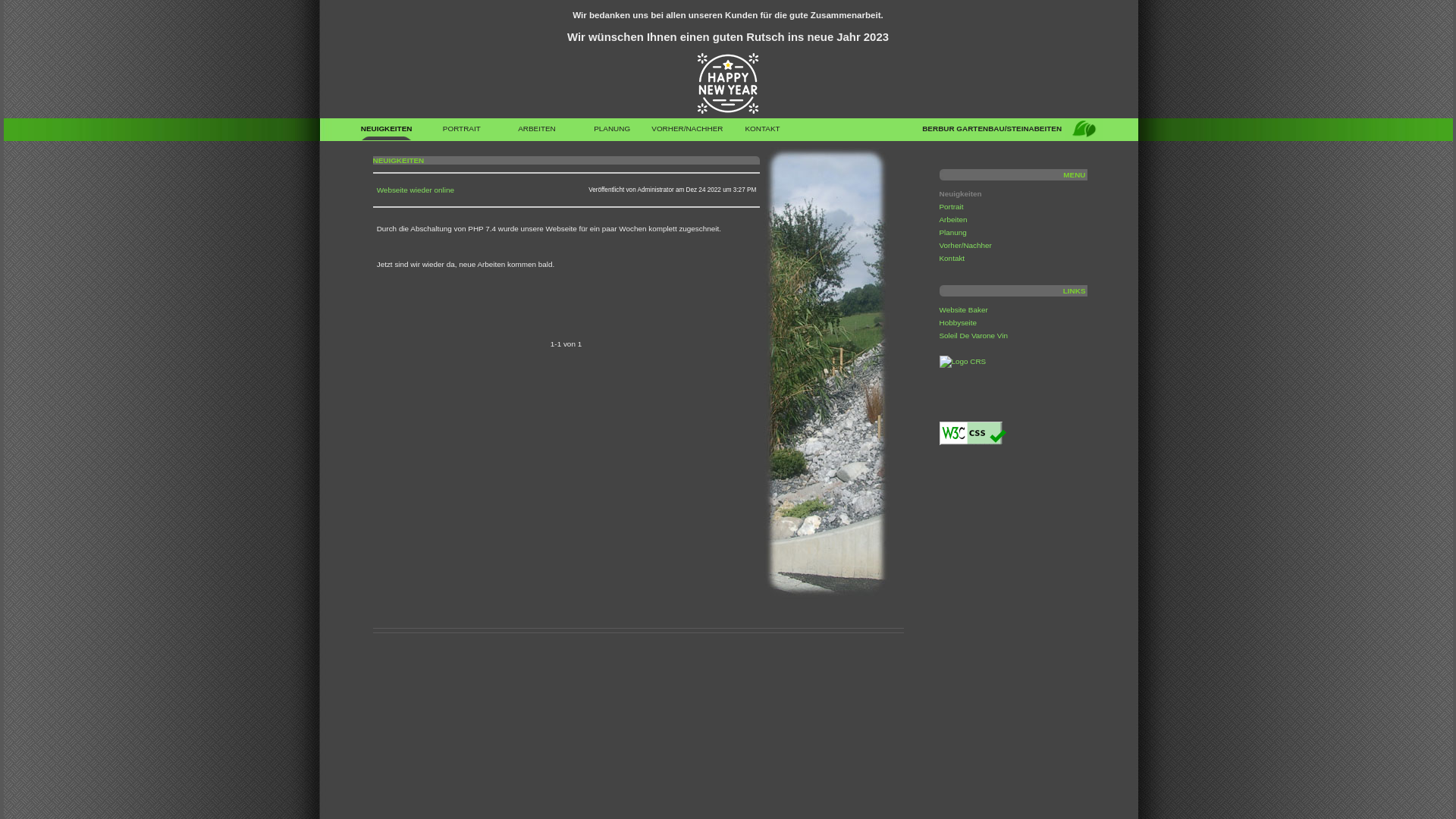  I want to click on 'KONTAKT', so click(762, 131).